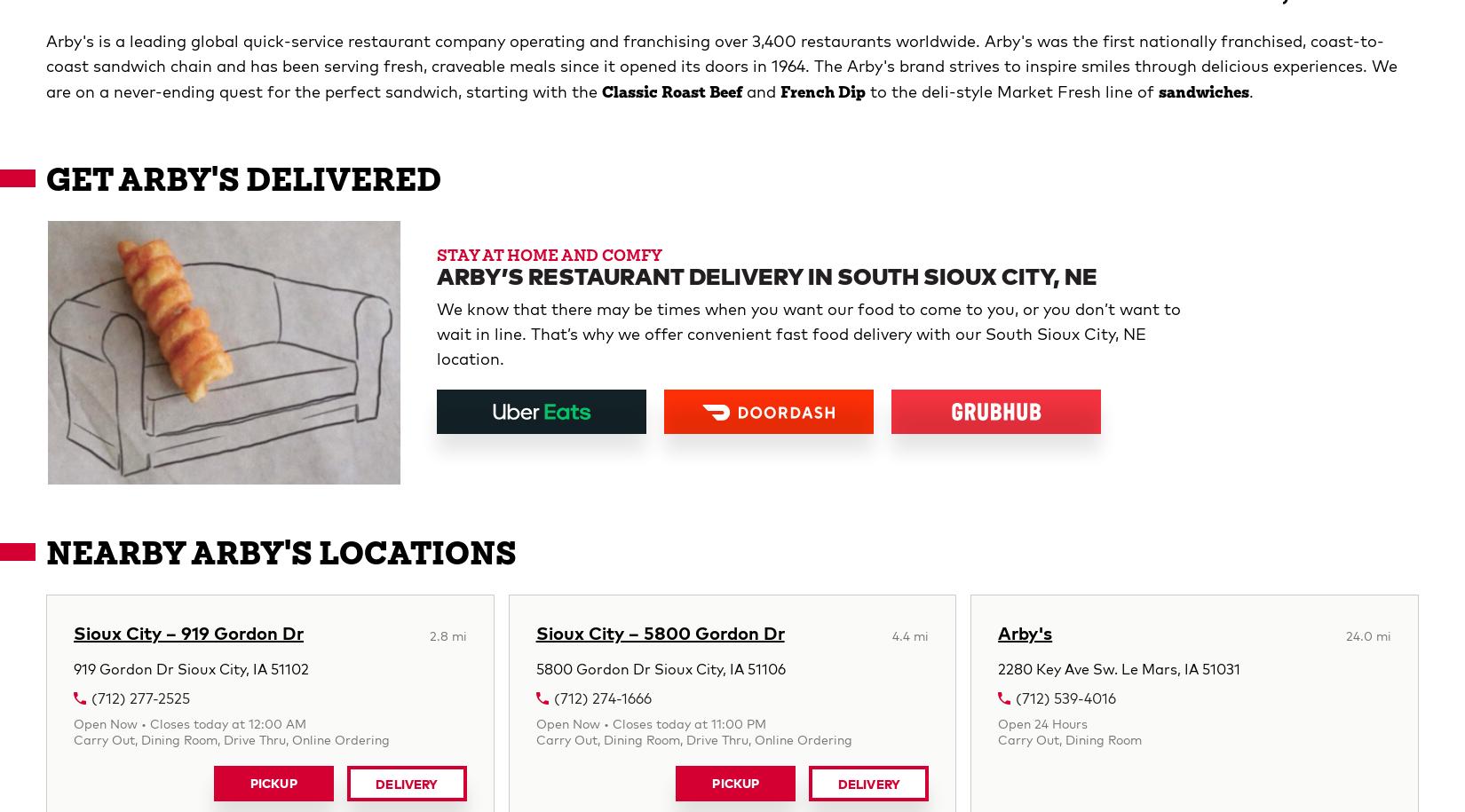 The width and height of the screenshot is (1465, 812). I want to click on 'Sandwich With Purchase, plus weekly offers and other surprises. Terms apply.', so click(628, 532).